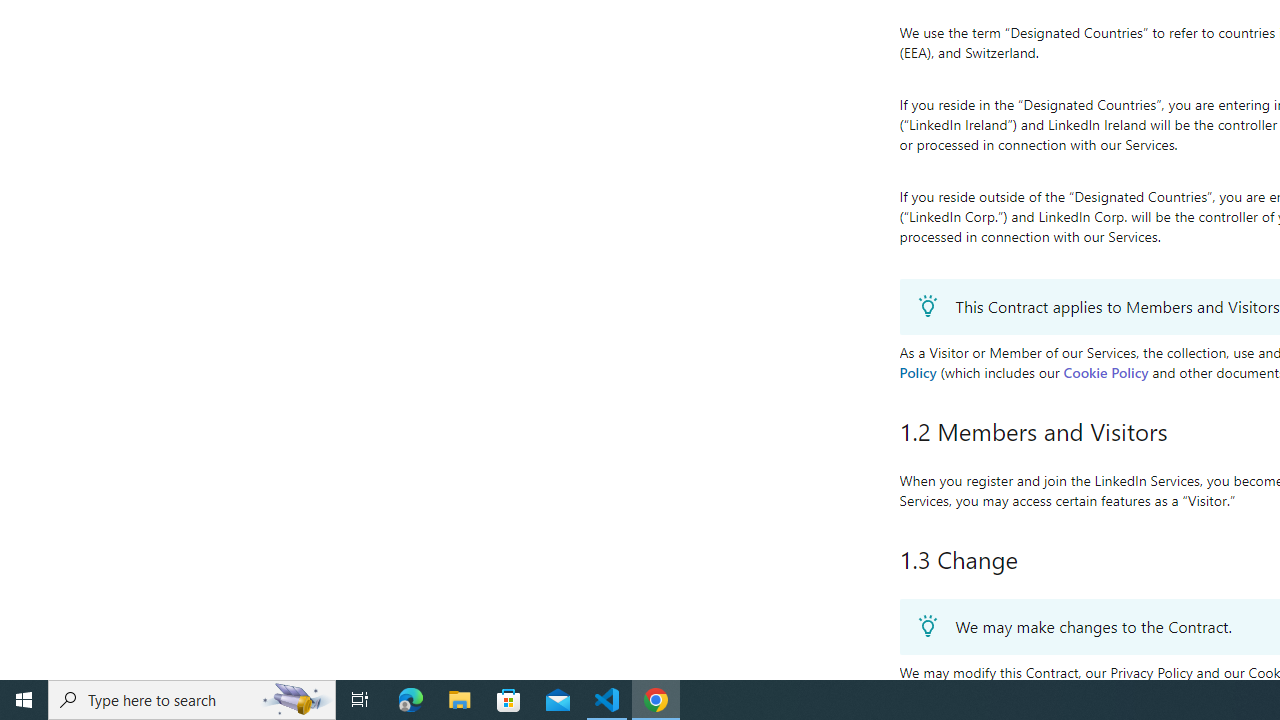  Describe the element at coordinates (1104, 372) in the screenshot. I see `'Cookie Policy'` at that location.